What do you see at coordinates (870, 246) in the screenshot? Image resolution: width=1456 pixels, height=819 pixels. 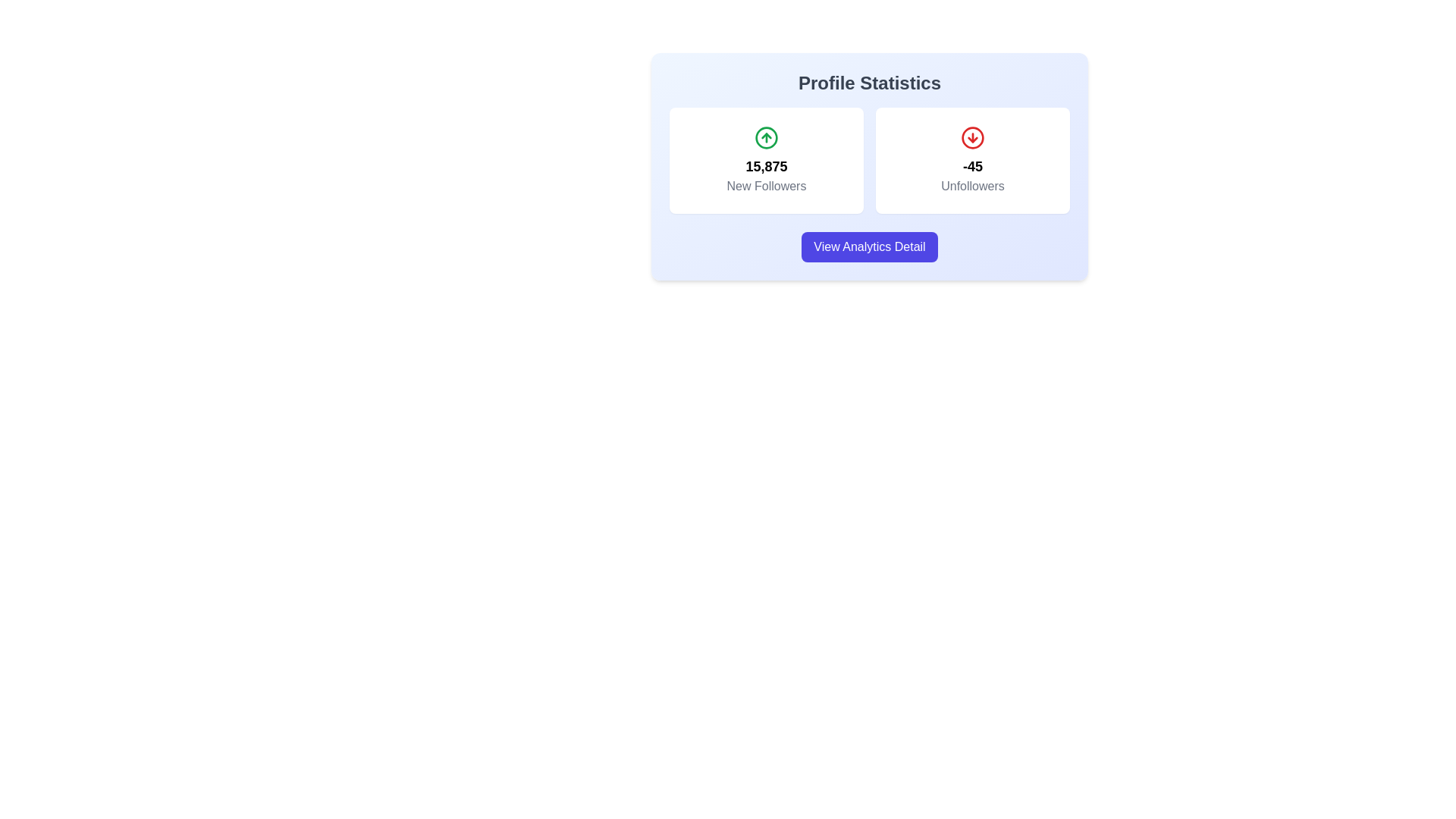 I see `the rectangular button with a rounded border and indigo background labeled 'View Analytics Detail', located at the bottom of the 'Profile Statistics' section` at bounding box center [870, 246].